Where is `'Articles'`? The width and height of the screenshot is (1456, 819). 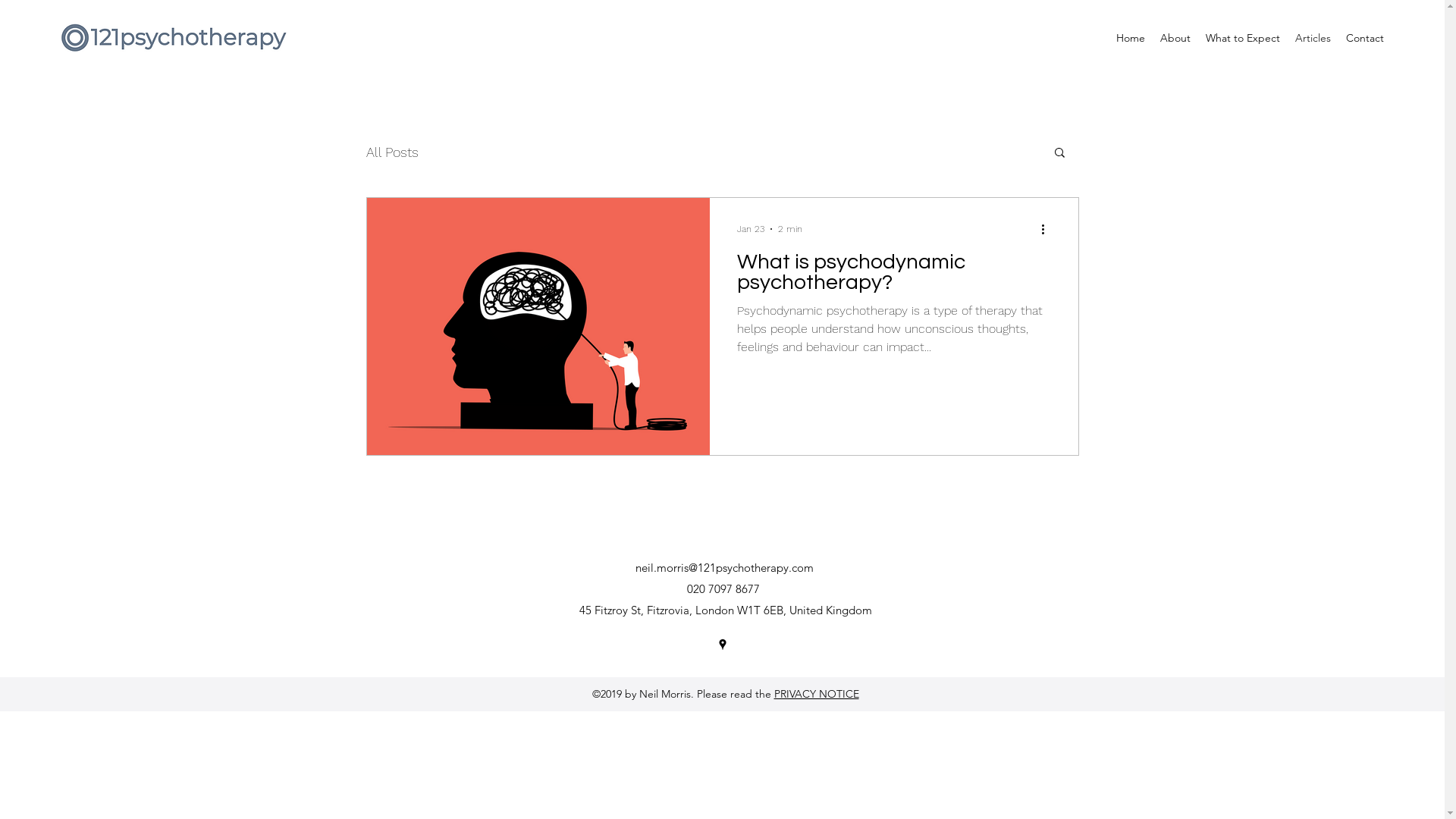 'Articles' is located at coordinates (1287, 37).